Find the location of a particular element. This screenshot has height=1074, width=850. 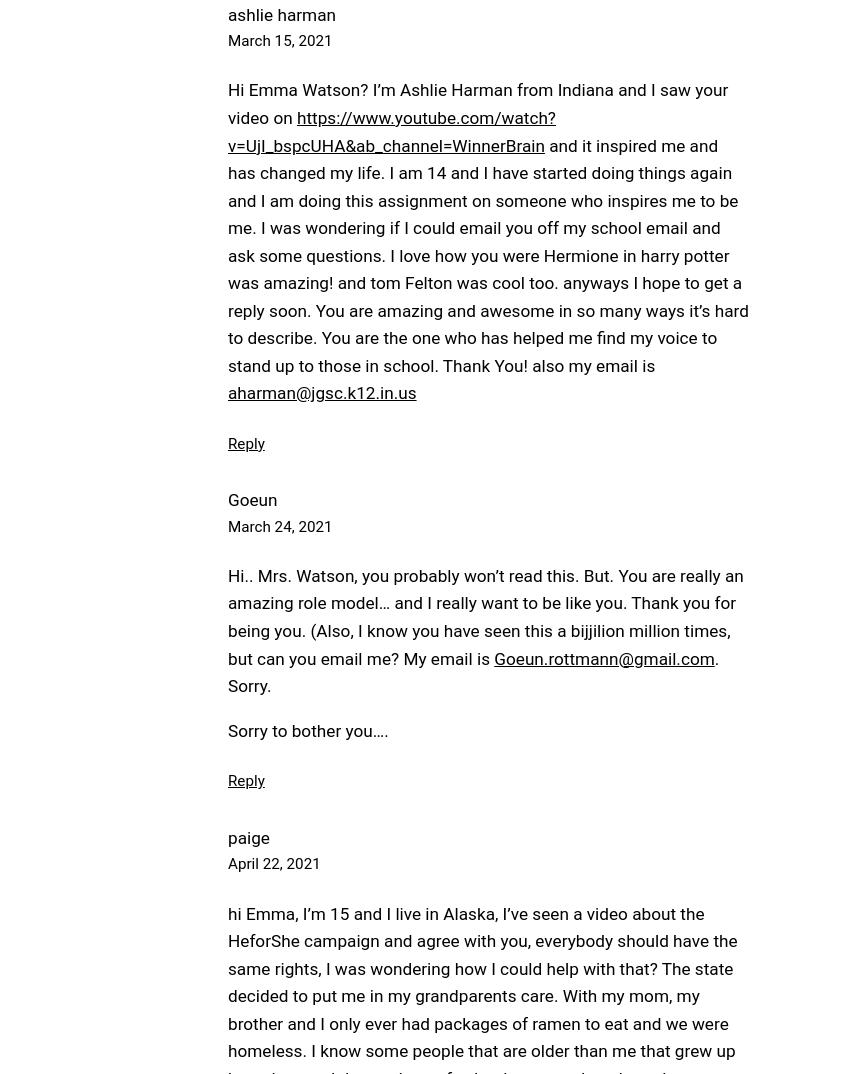

'Goeun.rottmann@gmail.com' is located at coordinates (603, 657).